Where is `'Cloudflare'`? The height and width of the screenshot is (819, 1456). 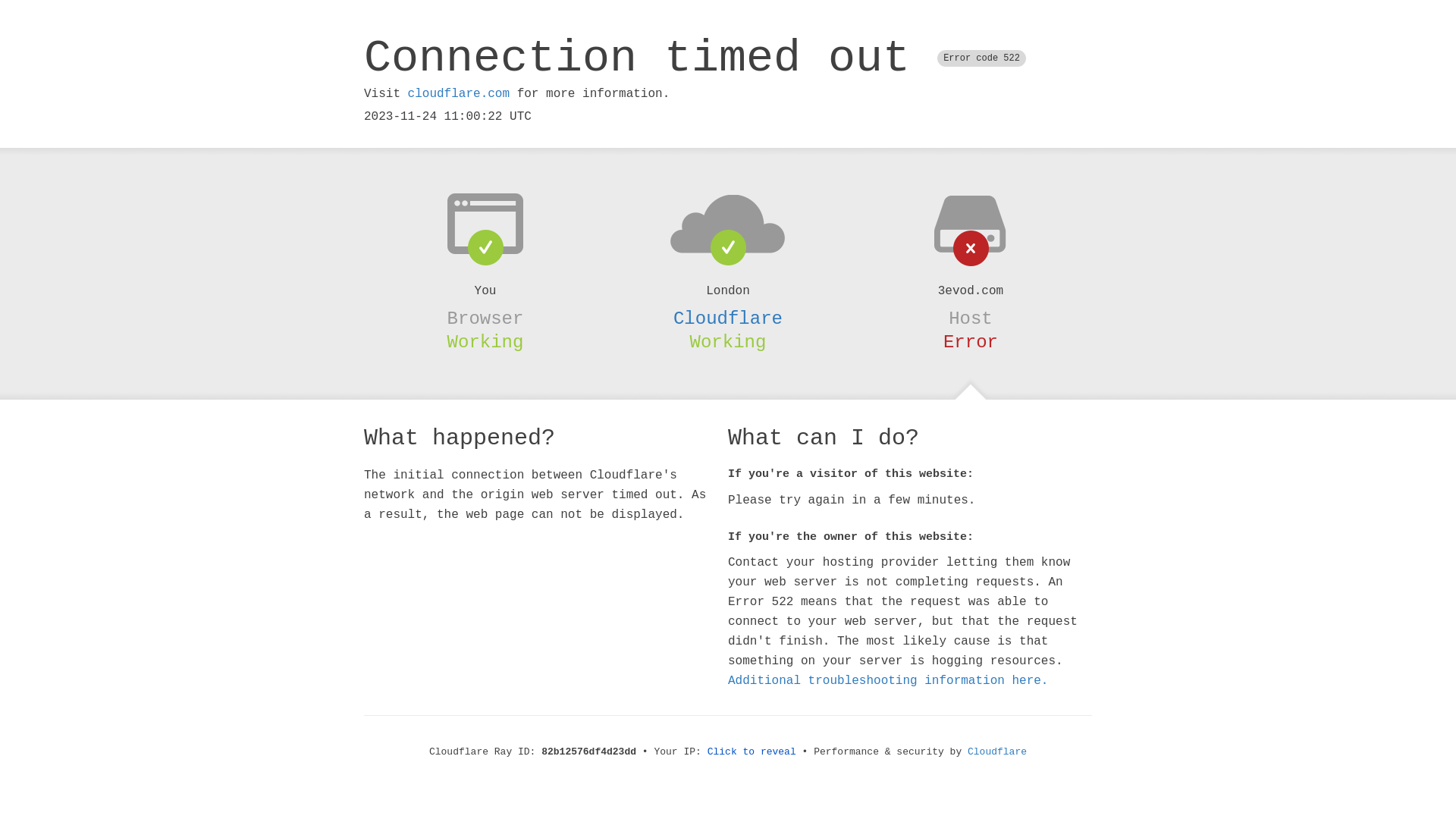 'Cloudflare' is located at coordinates (728, 318).